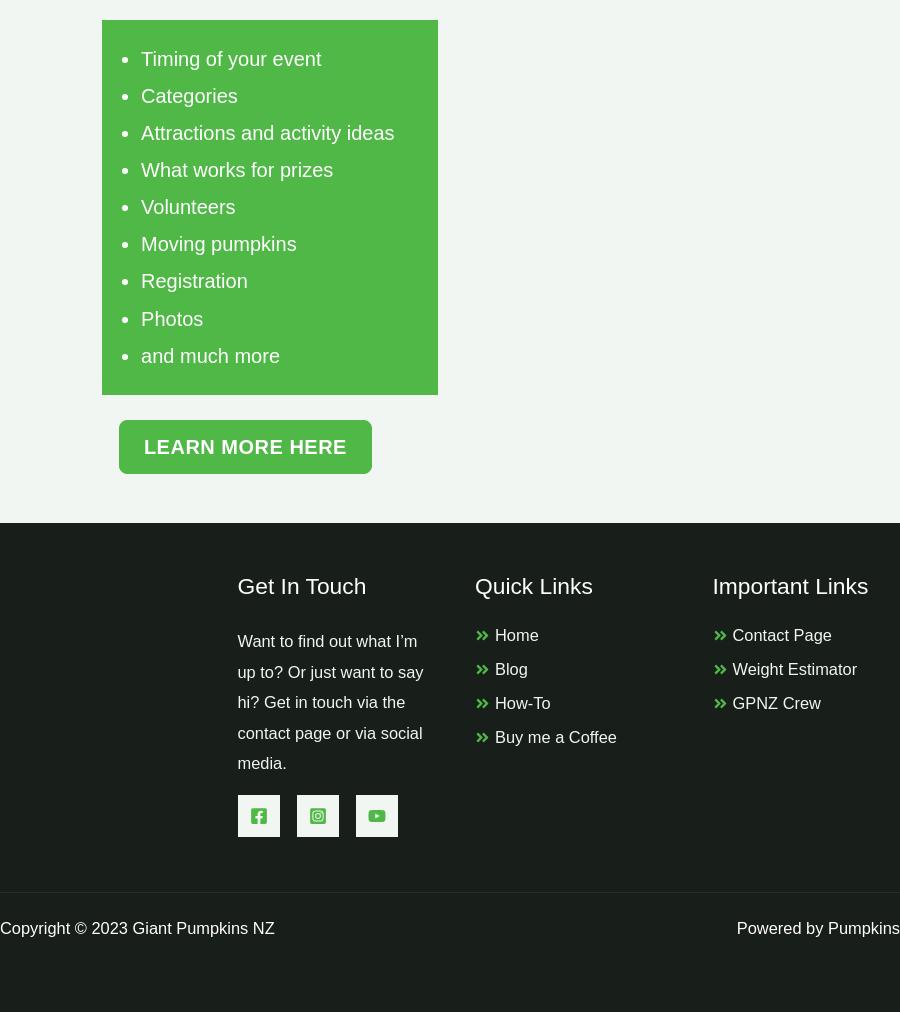 The width and height of the screenshot is (900, 1012). Describe the element at coordinates (780, 635) in the screenshot. I see `'Contact Page'` at that location.